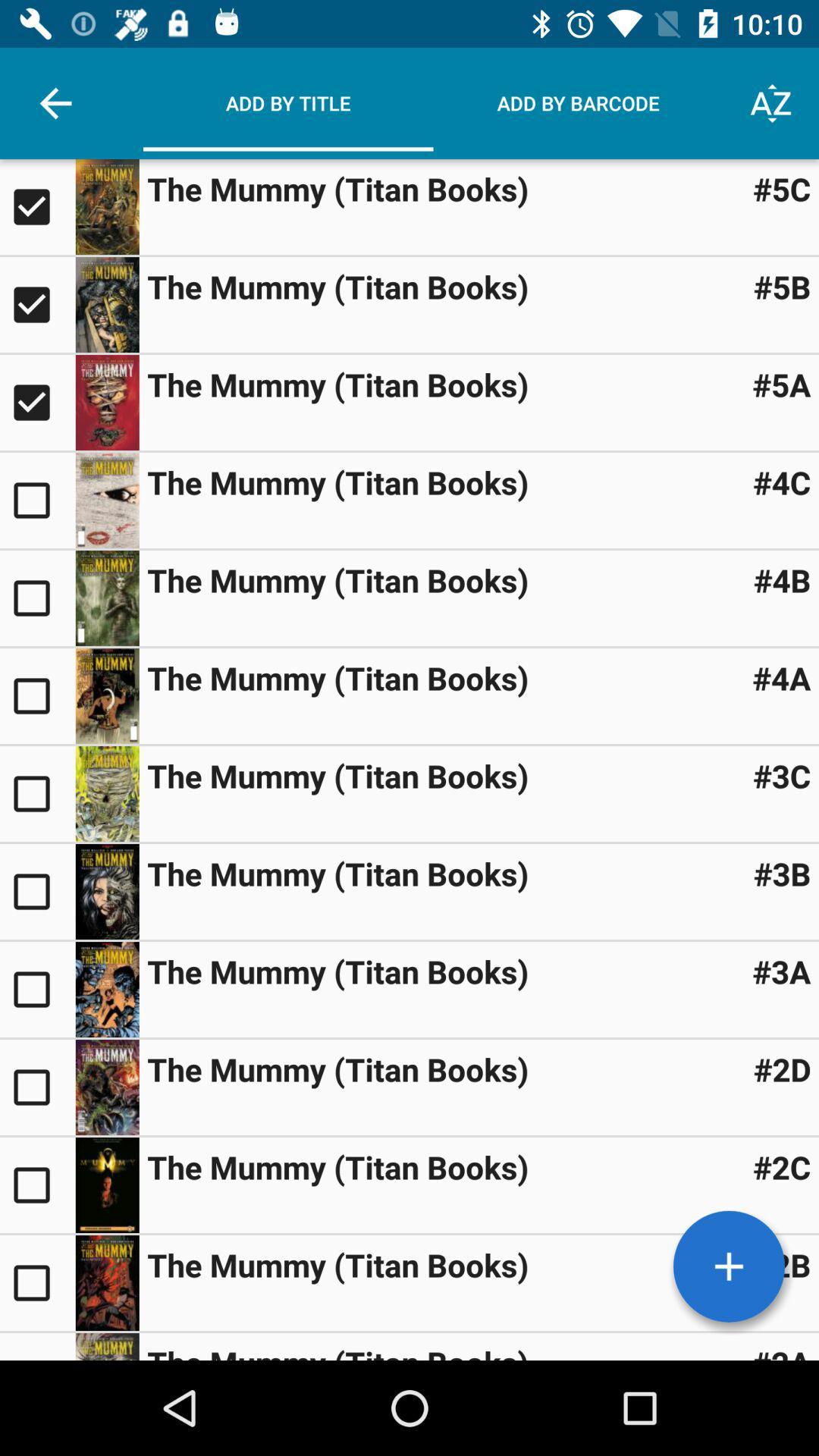 The image size is (819, 1456). I want to click on the book to the list of selected books, so click(36, 892).